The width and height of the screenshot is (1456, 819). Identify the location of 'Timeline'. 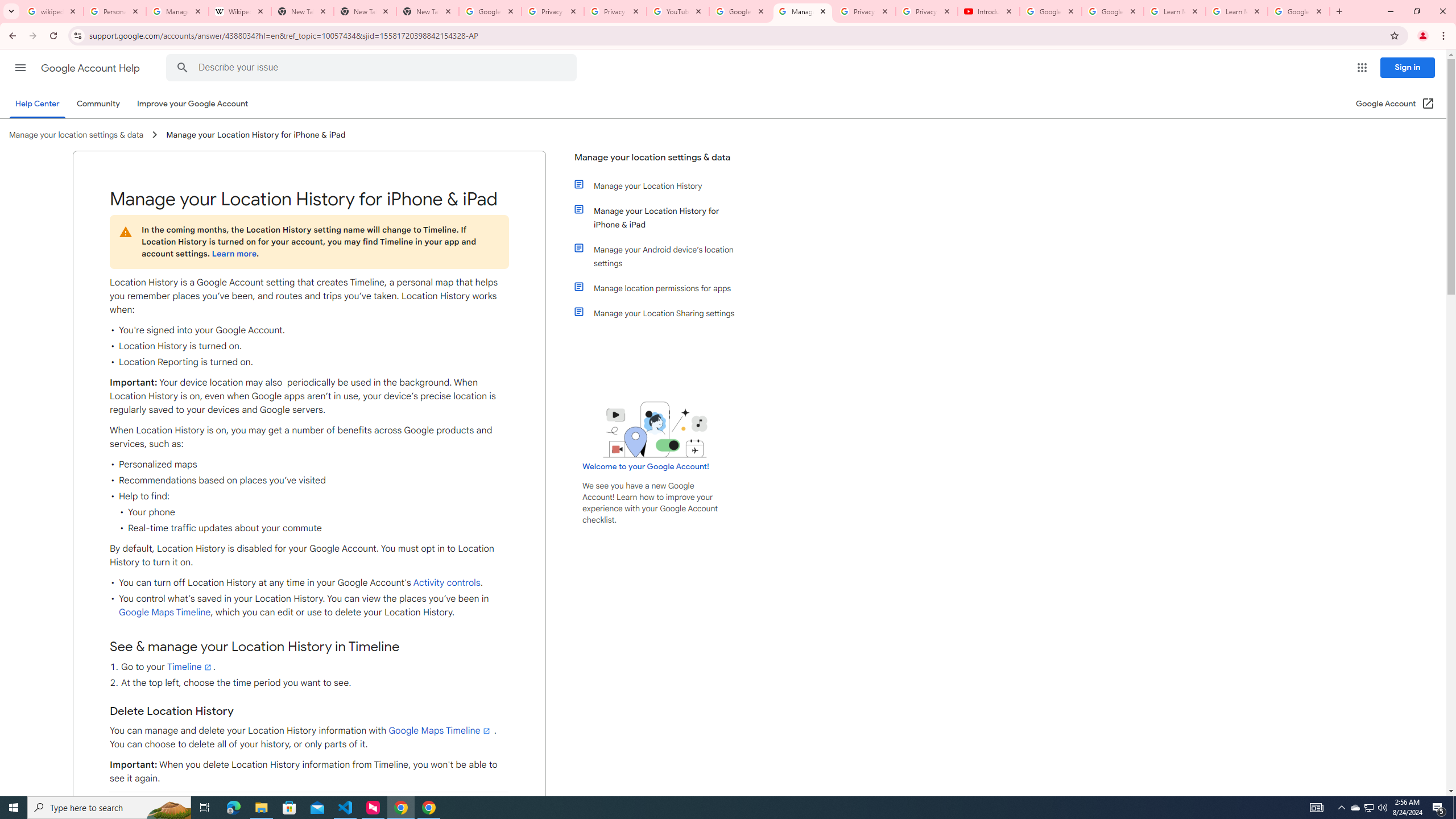
(188, 667).